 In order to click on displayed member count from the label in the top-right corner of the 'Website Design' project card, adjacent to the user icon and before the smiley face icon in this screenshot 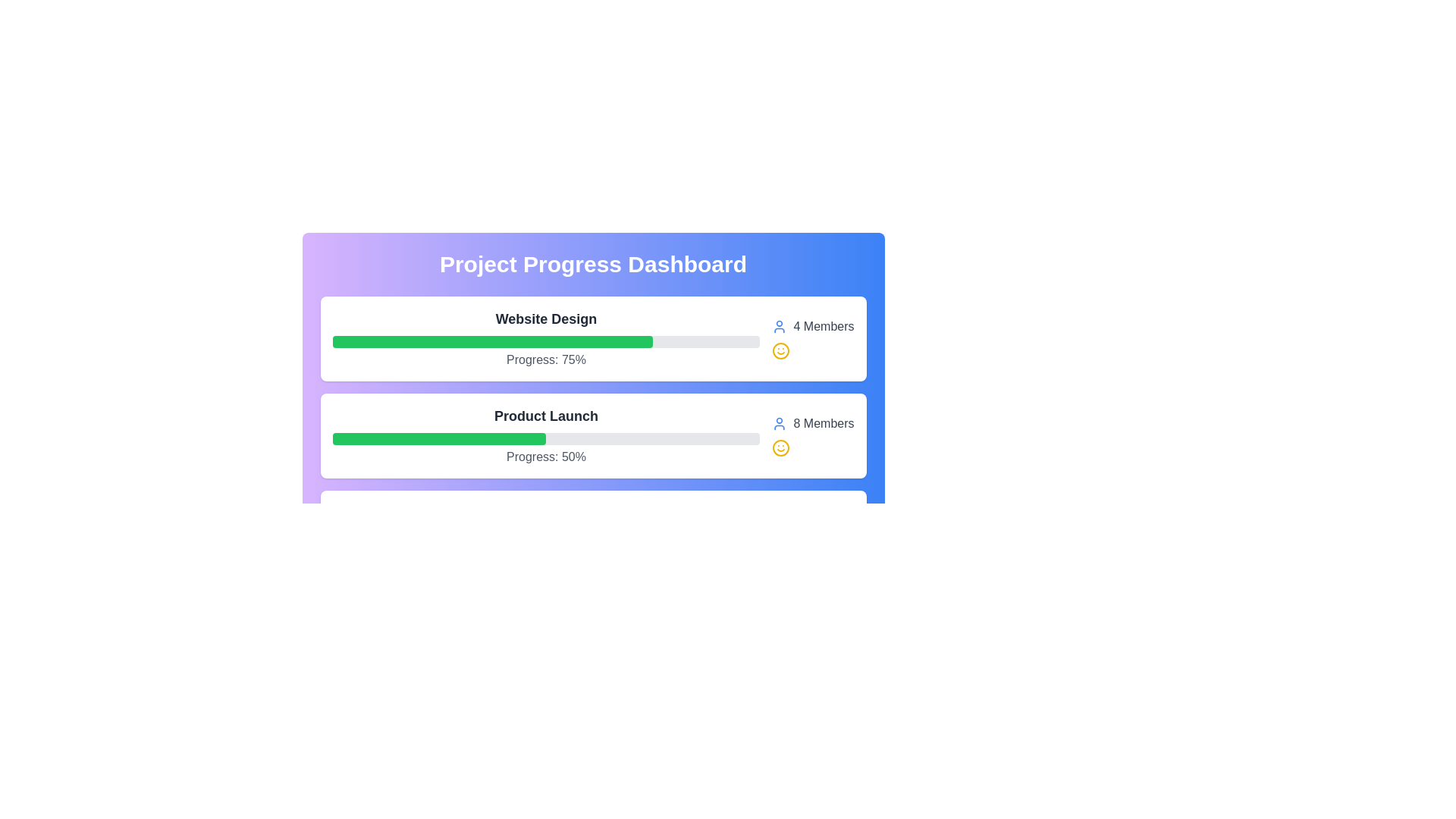, I will do `click(823, 326)`.